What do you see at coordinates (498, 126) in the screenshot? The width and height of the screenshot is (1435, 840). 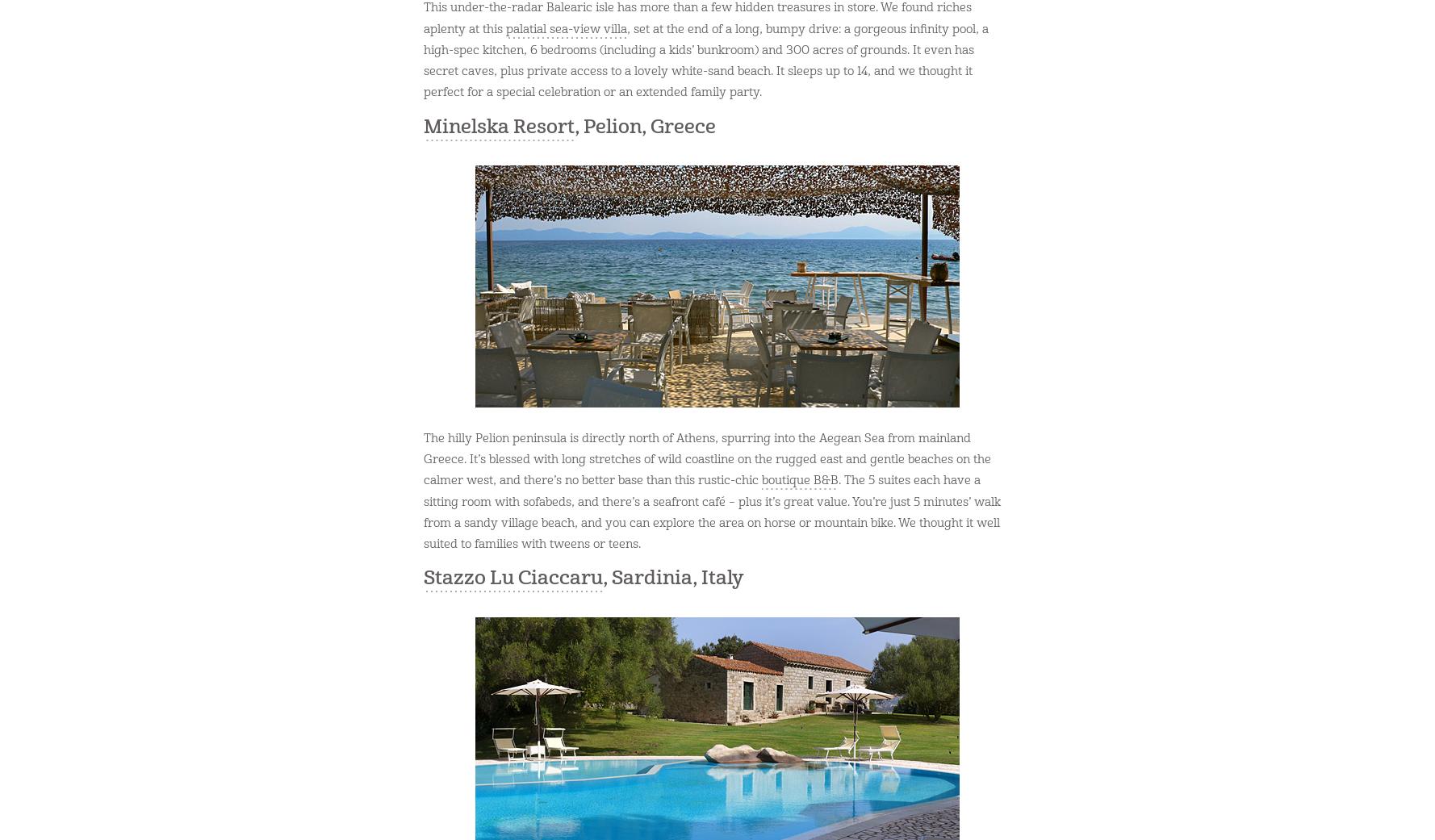 I see `'Minelska Resort'` at bounding box center [498, 126].